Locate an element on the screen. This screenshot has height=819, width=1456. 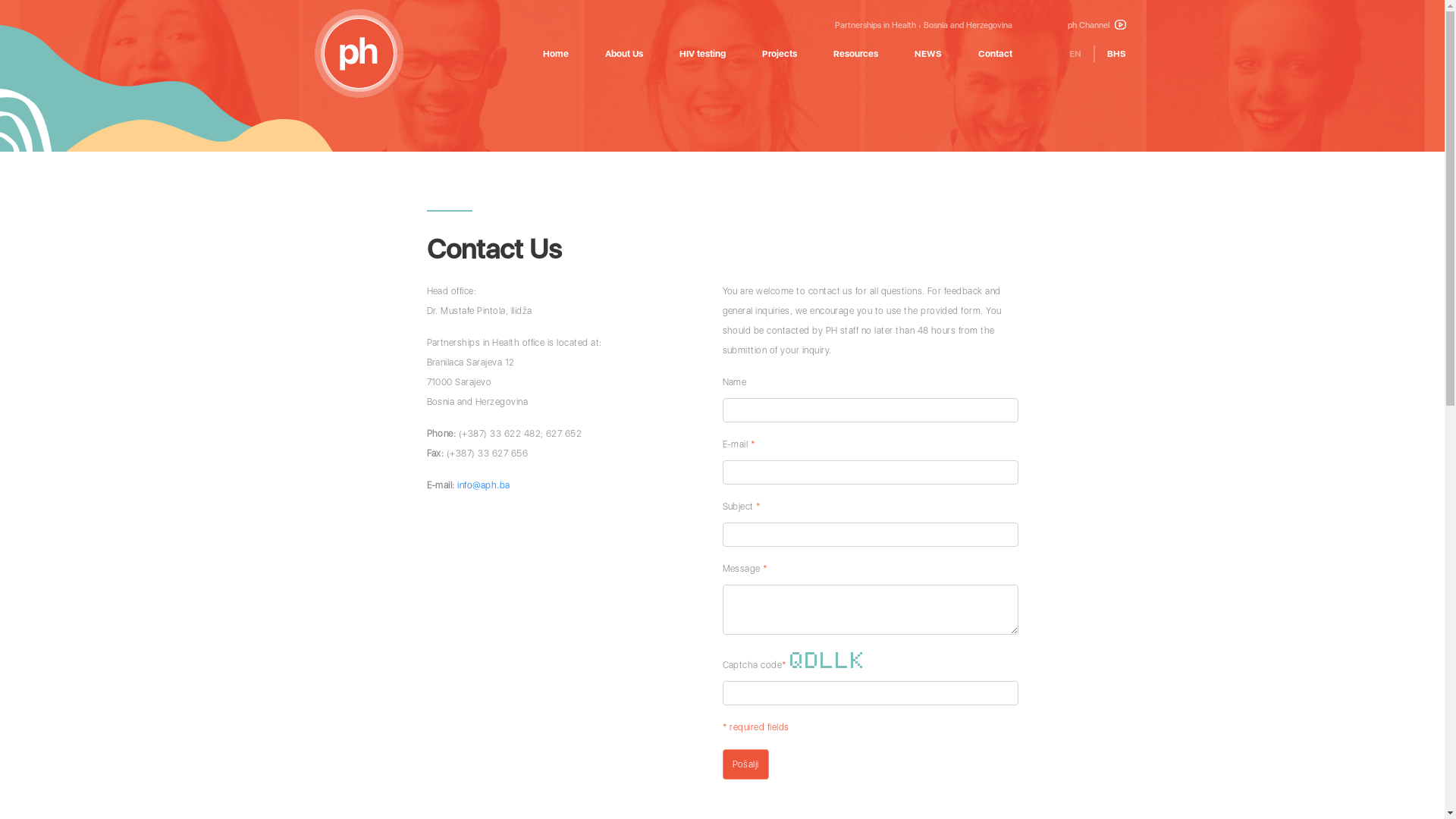
'About Us' is located at coordinates (623, 52).